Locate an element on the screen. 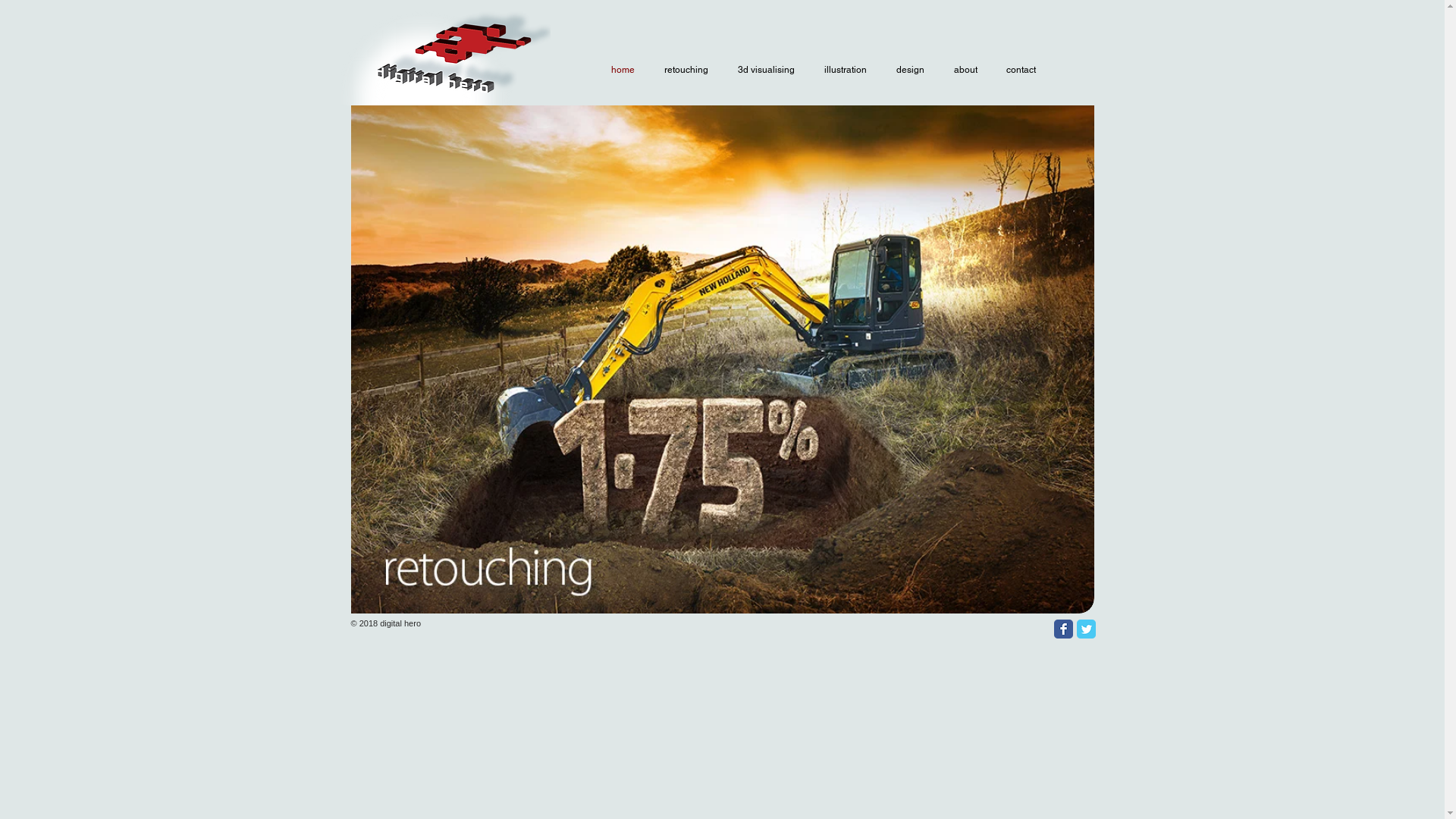 The image size is (1456, 819). 'contact' is located at coordinates (990, 70).